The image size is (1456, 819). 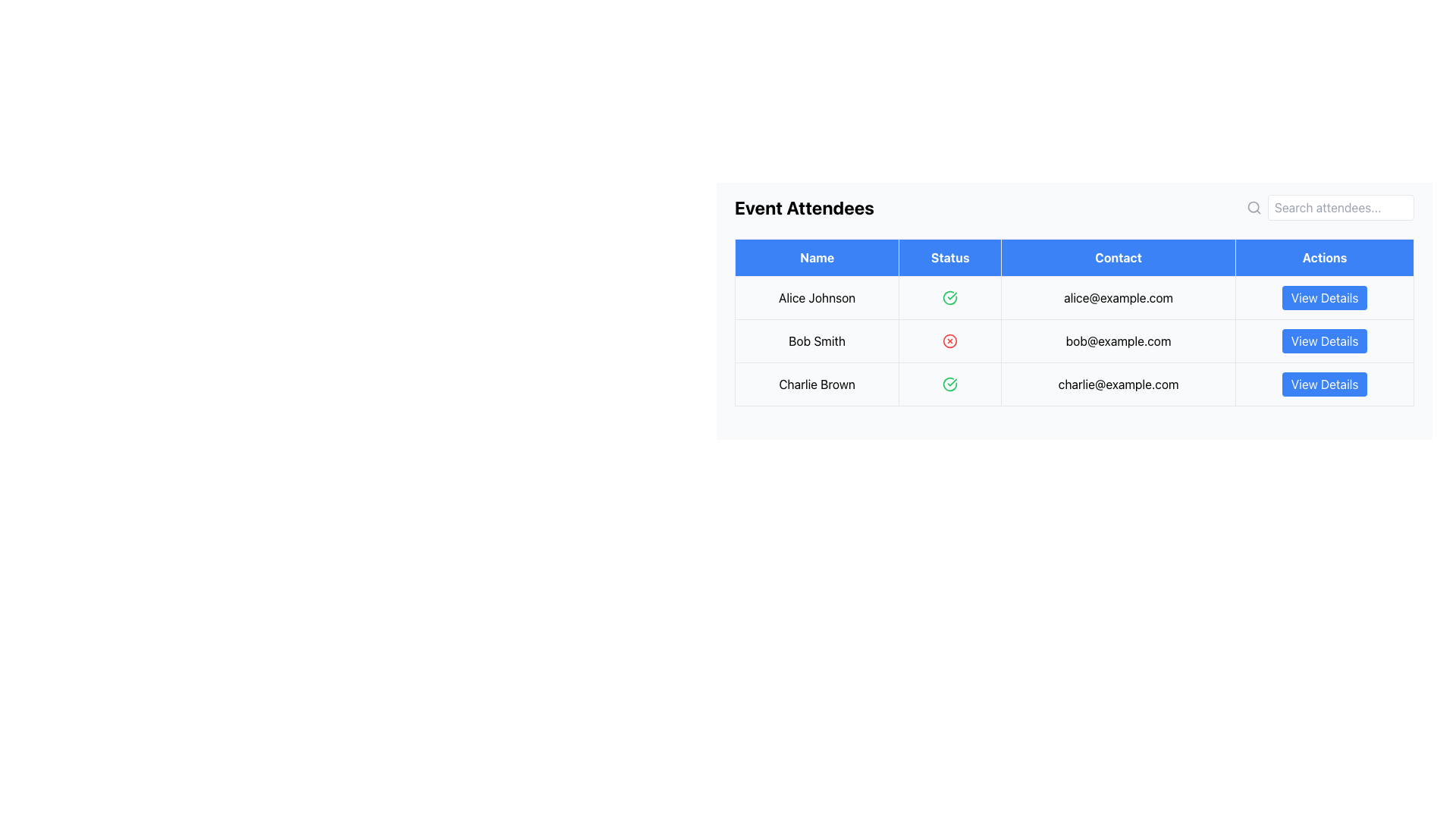 What do you see at coordinates (949, 341) in the screenshot?
I see `the status indication of the circular red icon representing the status of 'Bob Smith' located in the second row under the 'Status' column of the 'Event Attendees' table` at bounding box center [949, 341].